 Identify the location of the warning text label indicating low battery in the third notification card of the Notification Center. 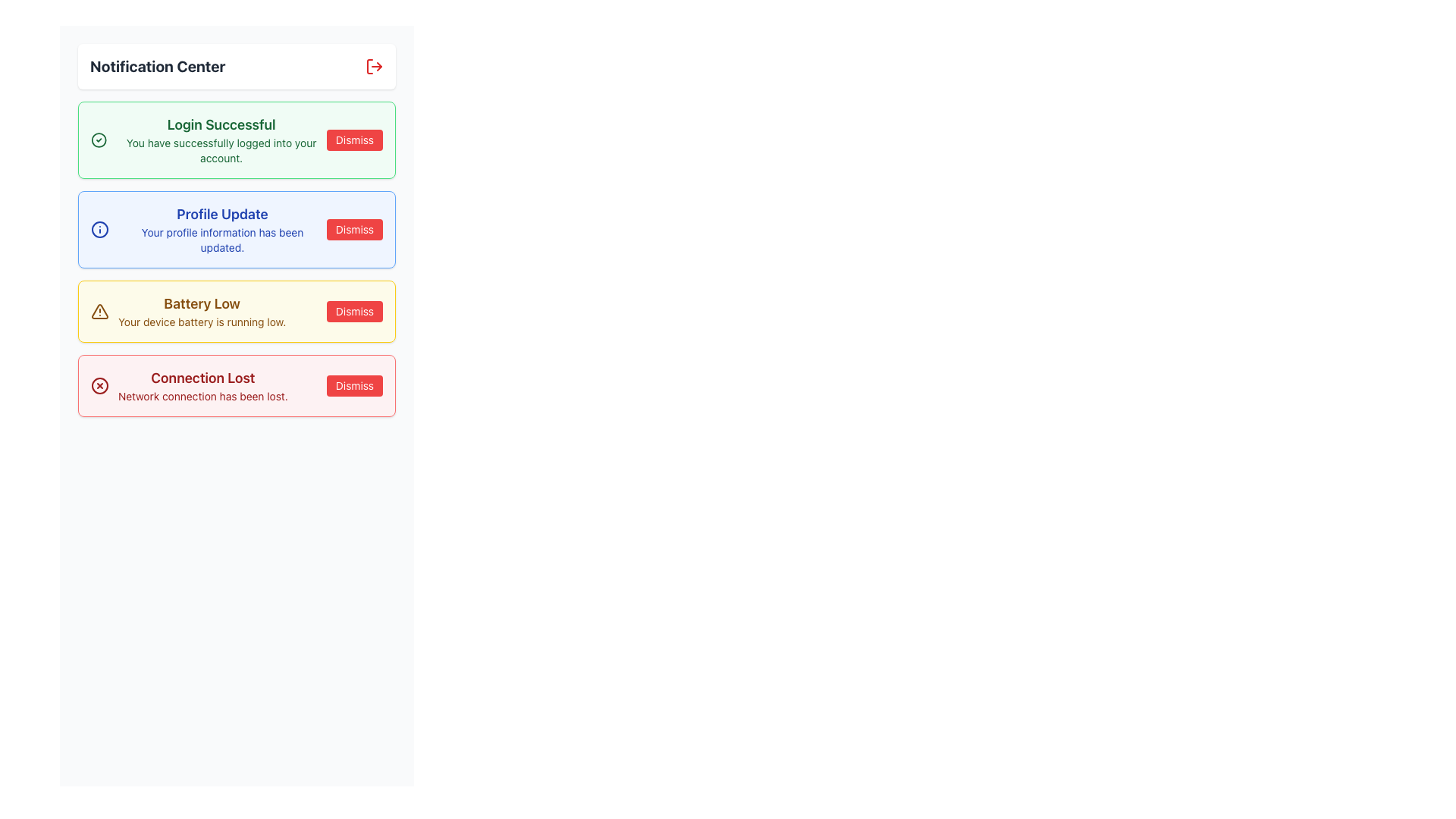
(201, 304).